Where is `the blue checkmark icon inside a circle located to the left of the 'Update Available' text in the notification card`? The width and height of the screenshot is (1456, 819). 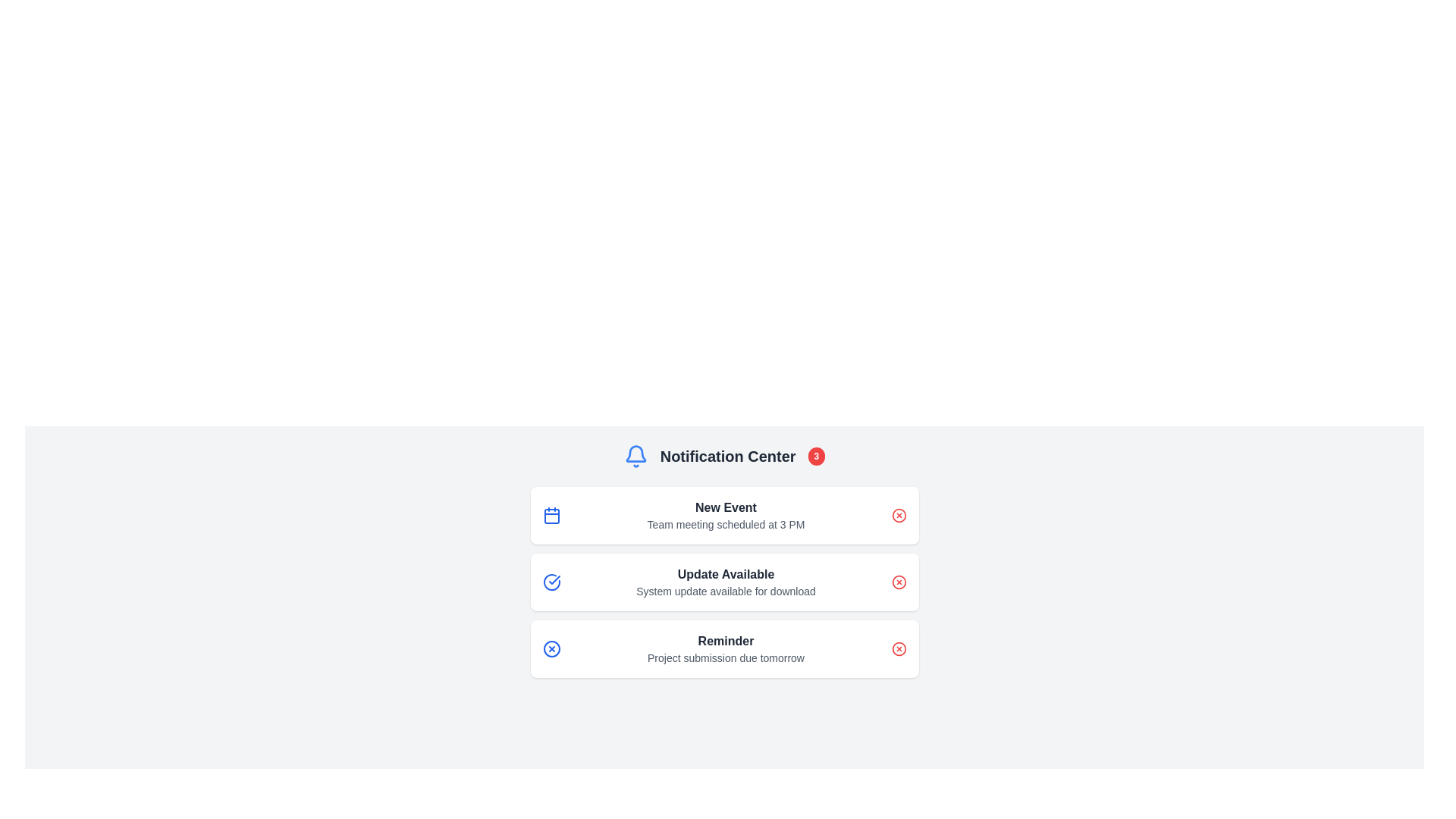 the blue checkmark icon inside a circle located to the left of the 'Update Available' text in the notification card is located at coordinates (551, 581).